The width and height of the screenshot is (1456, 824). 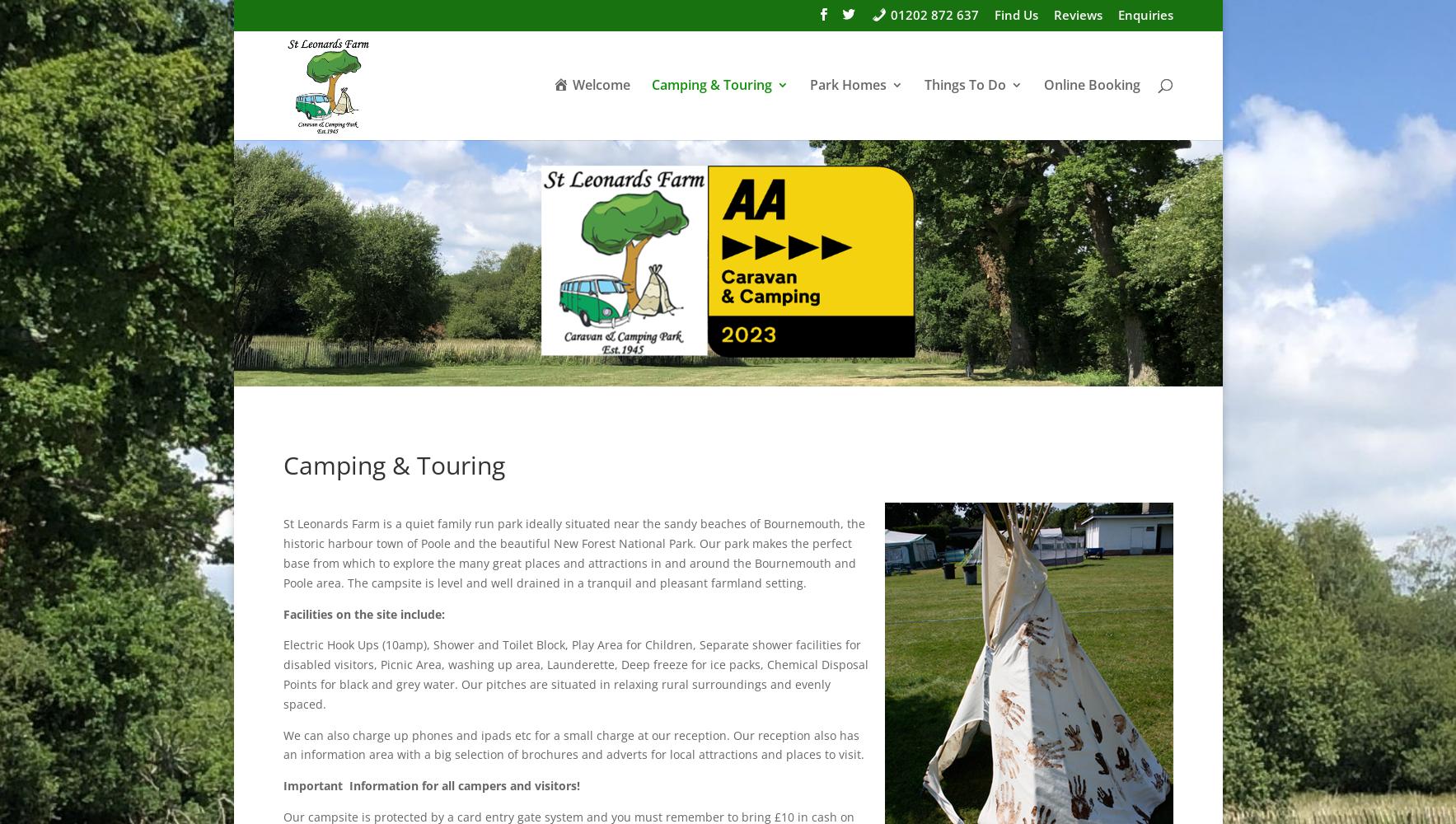 I want to click on 'Park Rules', so click(x=857, y=329).